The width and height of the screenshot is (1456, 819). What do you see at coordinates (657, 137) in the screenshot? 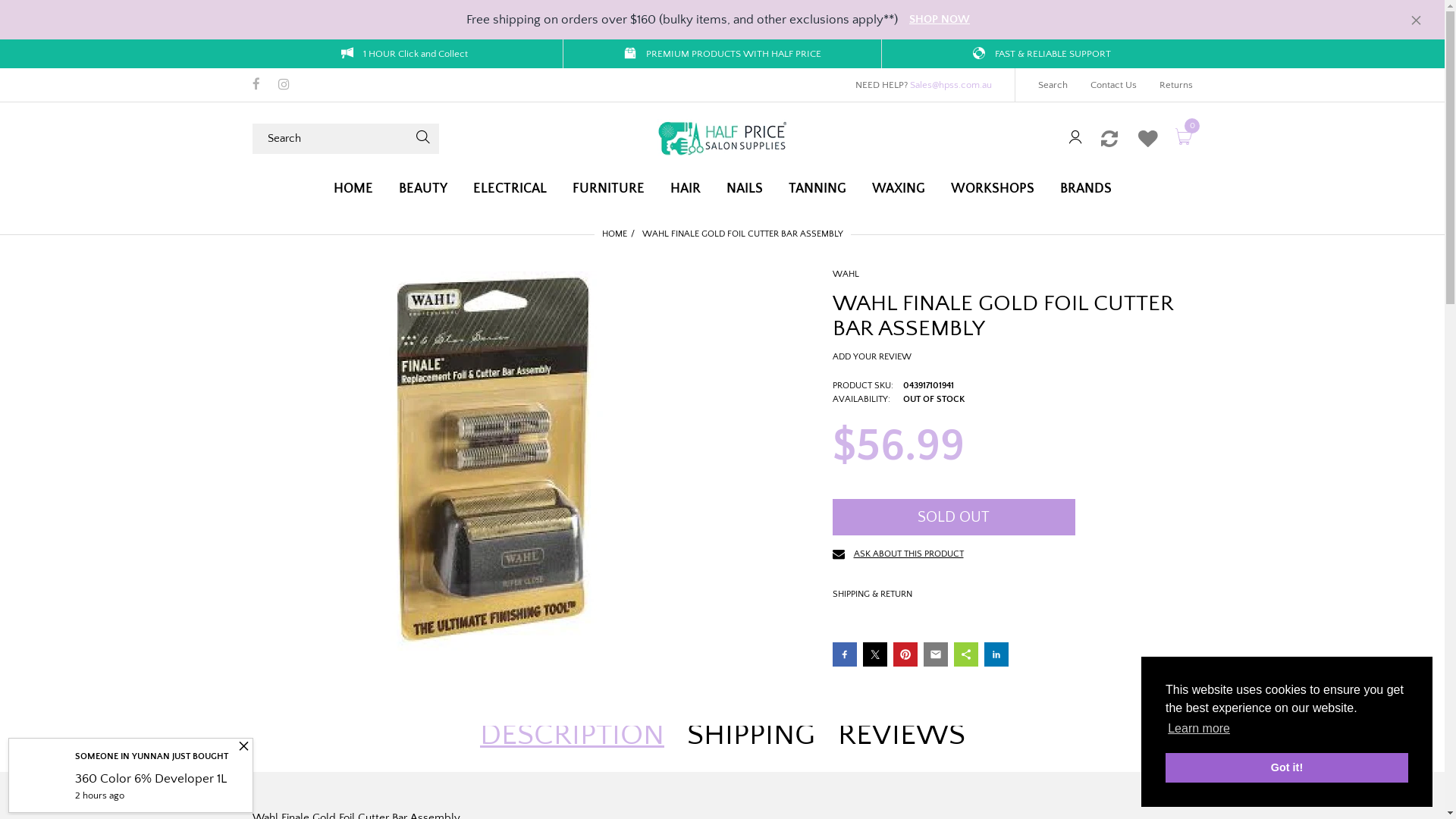
I see `'Half Price Salon Supplies'` at bounding box center [657, 137].